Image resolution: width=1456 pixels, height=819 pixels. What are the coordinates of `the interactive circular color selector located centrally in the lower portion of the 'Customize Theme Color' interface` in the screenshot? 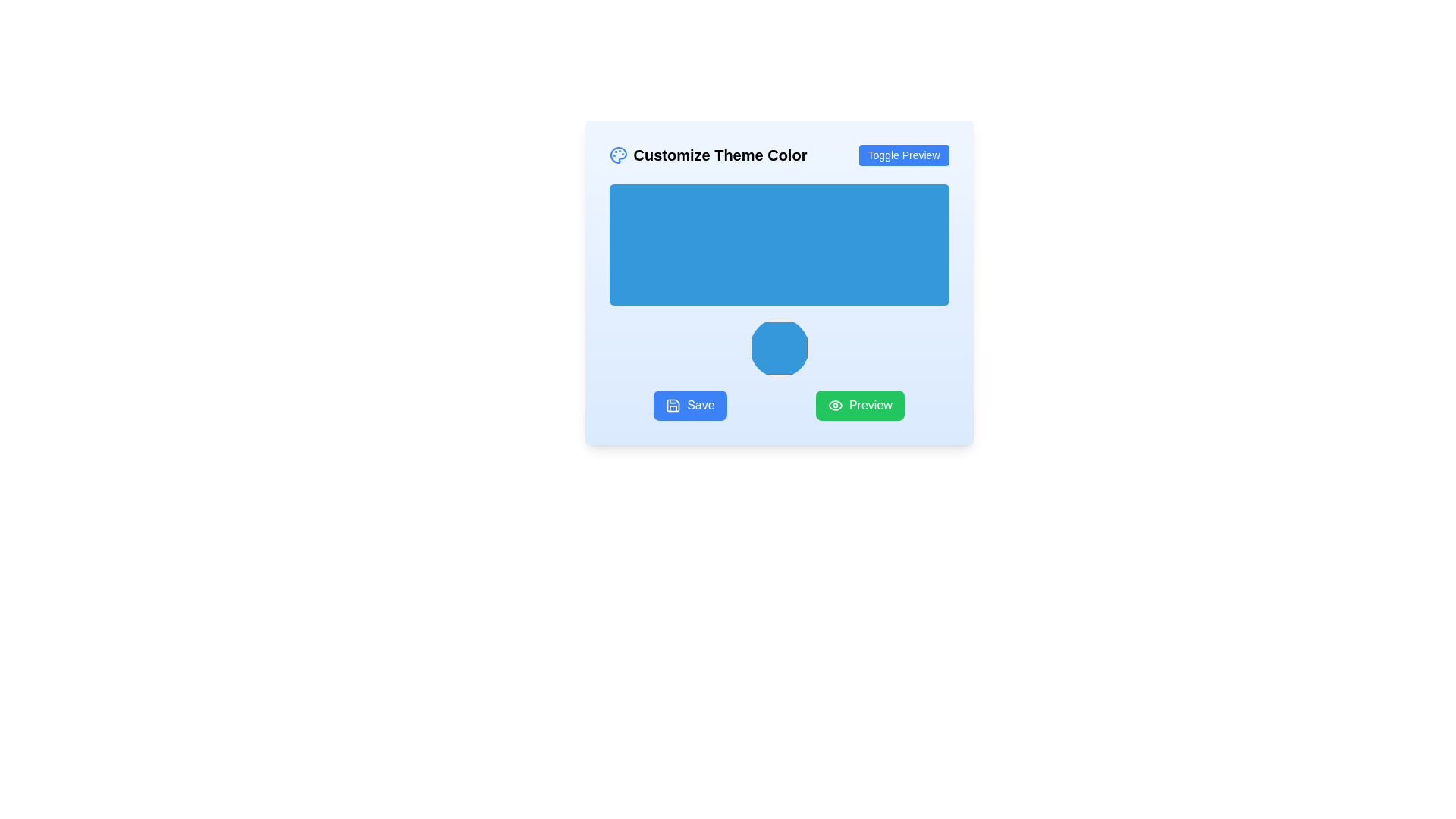 It's located at (779, 348).